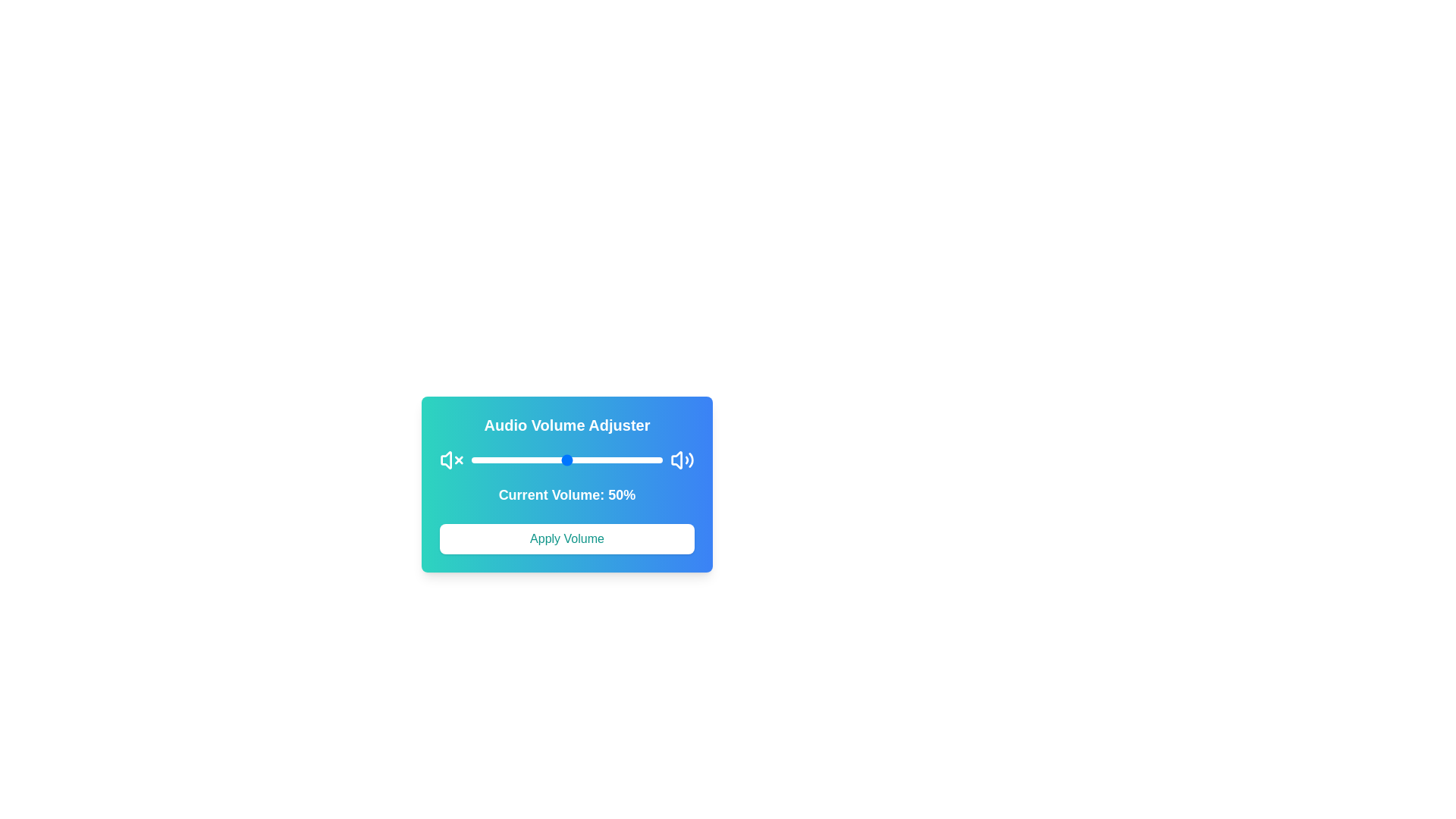 The width and height of the screenshot is (1456, 819). What do you see at coordinates (547, 459) in the screenshot?
I see `the volume to 40% by dragging the slider` at bounding box center [547, 459].